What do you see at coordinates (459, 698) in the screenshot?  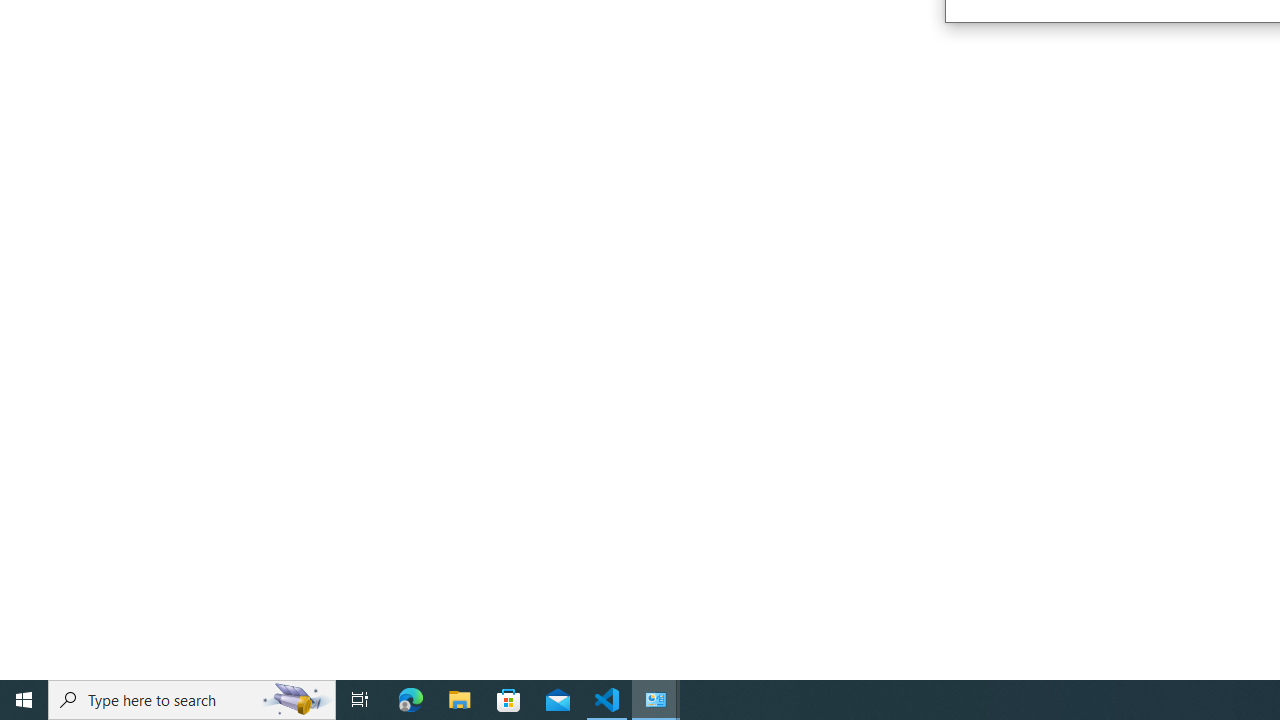 I see `'File Explorer'` at bounding box center [459, 698].